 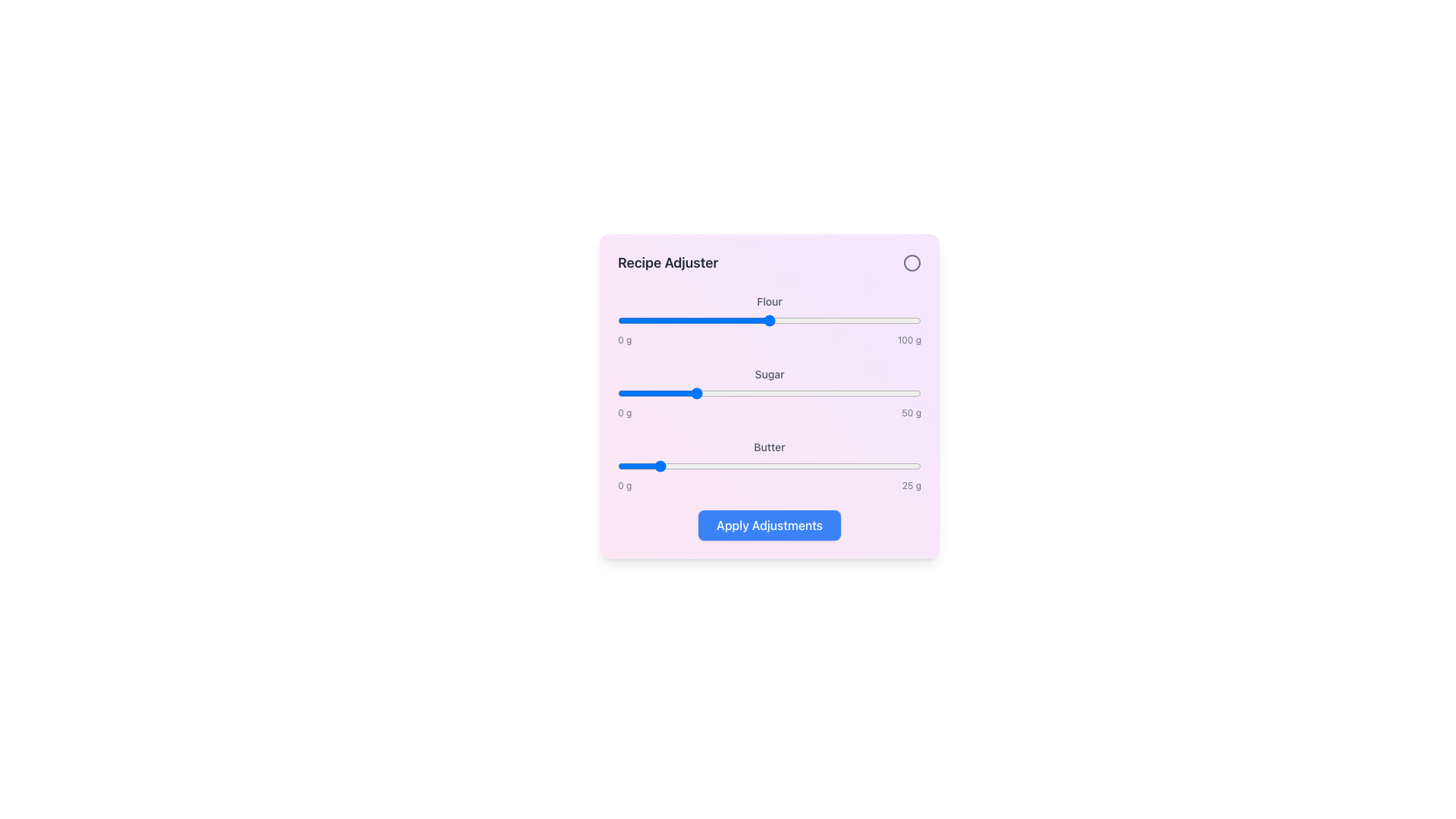 I want to click on Butter amount, so click(x=796, y=465).